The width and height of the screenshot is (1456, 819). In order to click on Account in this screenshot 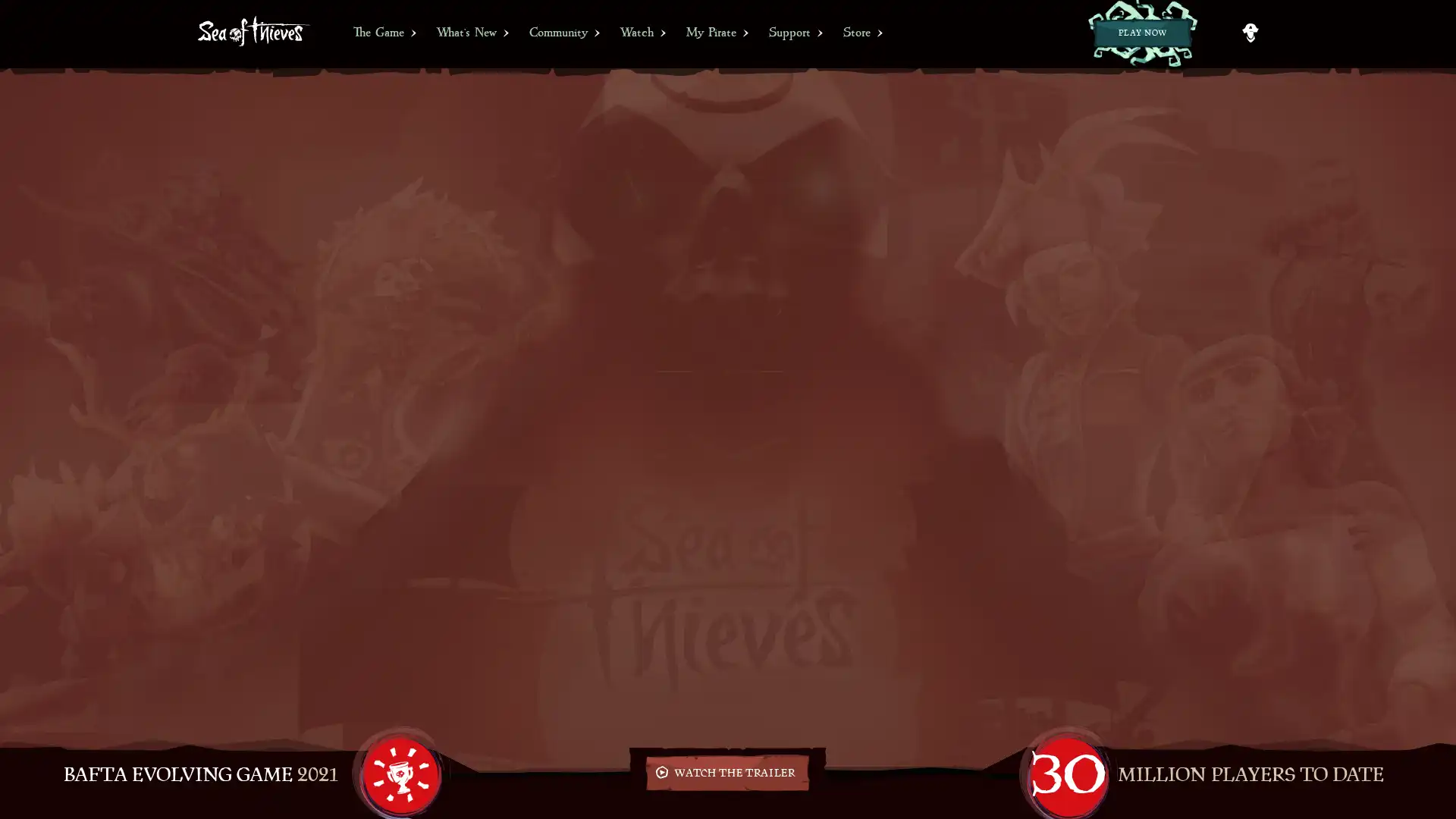, I will do `click(1250, 33)`.